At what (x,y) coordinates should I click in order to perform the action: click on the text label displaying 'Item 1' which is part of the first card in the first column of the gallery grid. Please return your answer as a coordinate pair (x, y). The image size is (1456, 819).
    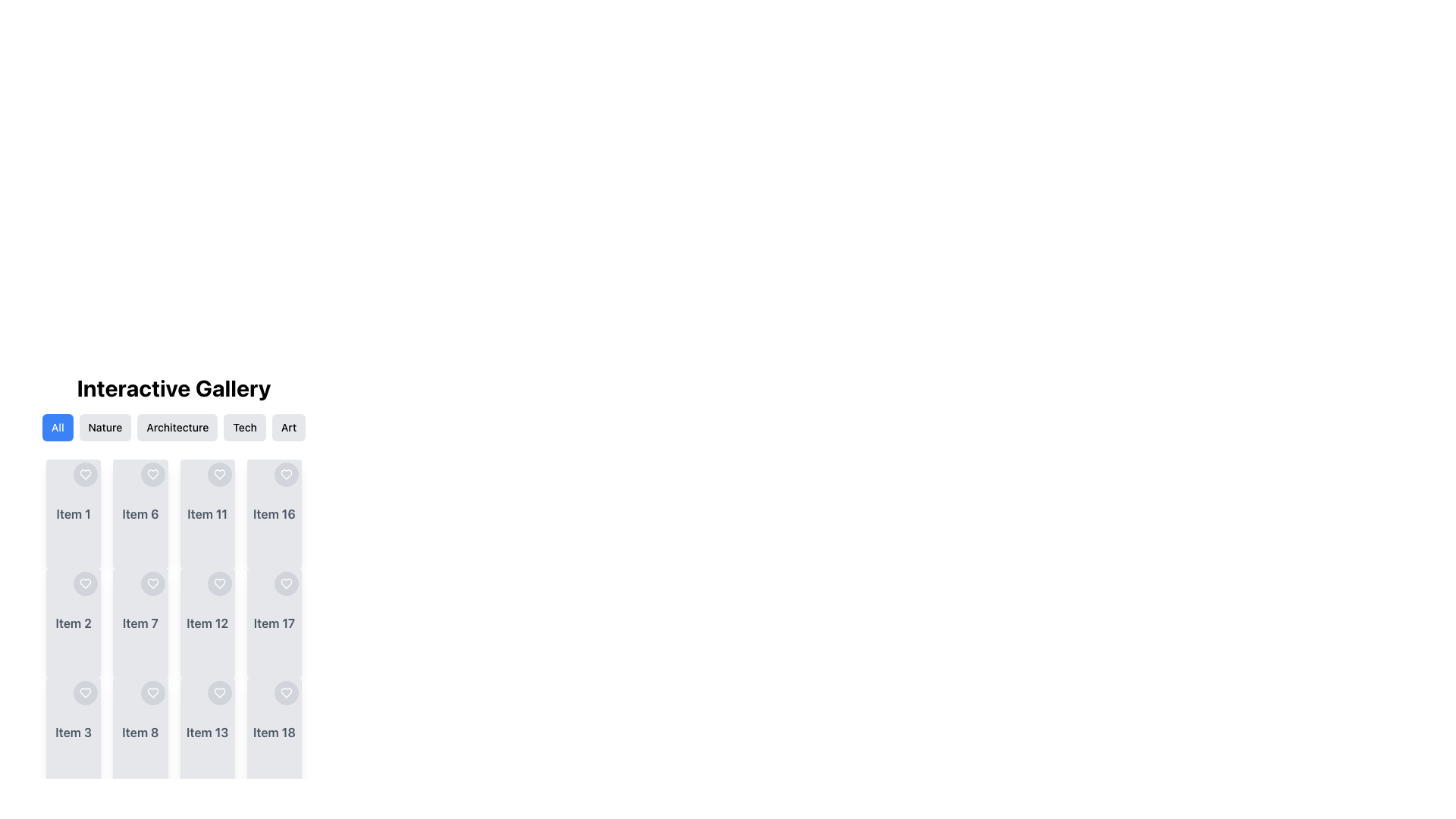
    Looking at the image, I should click on (73, 513).